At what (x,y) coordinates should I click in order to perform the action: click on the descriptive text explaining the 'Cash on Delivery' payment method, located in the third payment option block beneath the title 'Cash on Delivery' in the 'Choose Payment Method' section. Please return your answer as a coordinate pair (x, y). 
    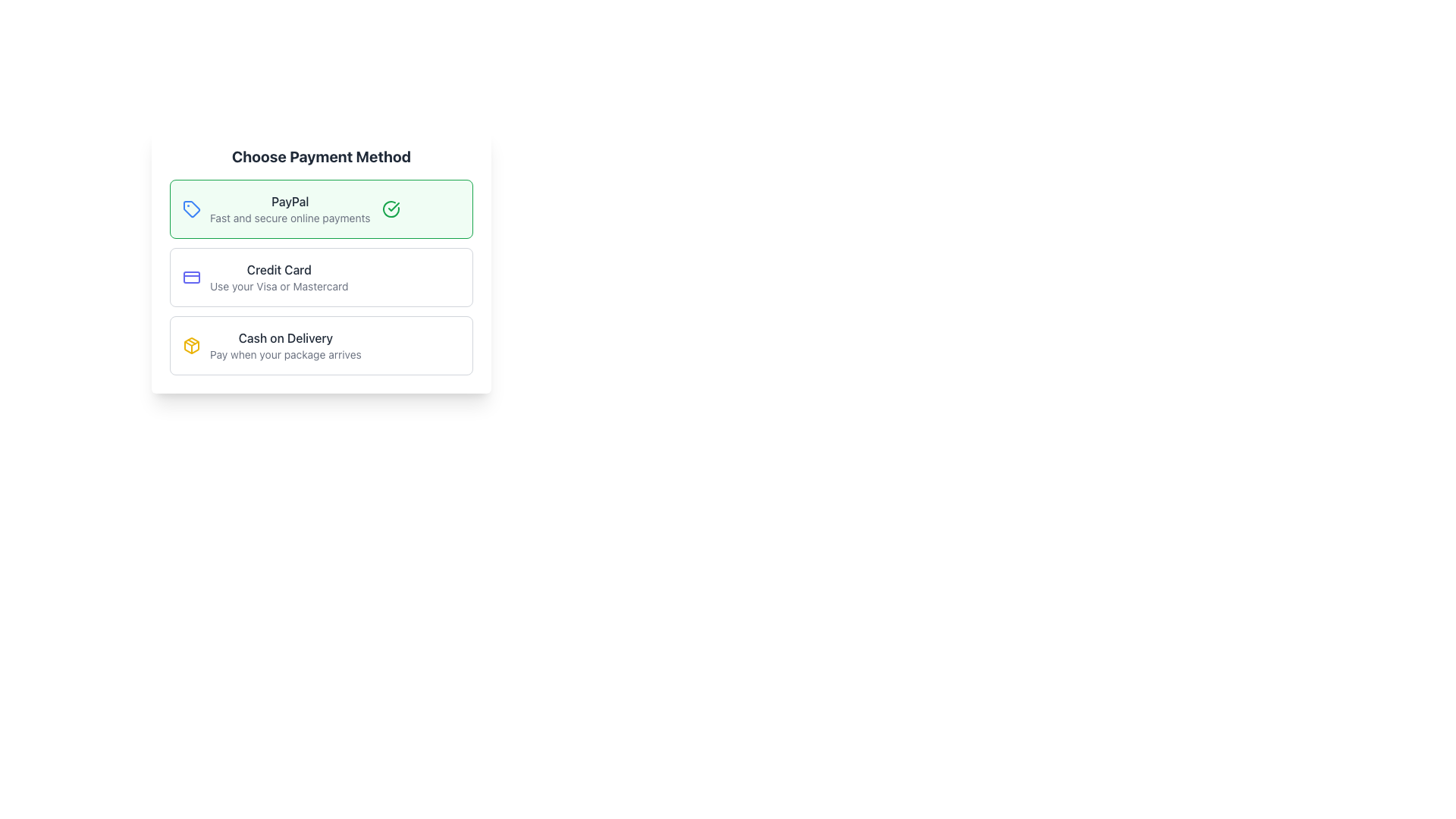
    Looking at the image, I should click on (285, 354).